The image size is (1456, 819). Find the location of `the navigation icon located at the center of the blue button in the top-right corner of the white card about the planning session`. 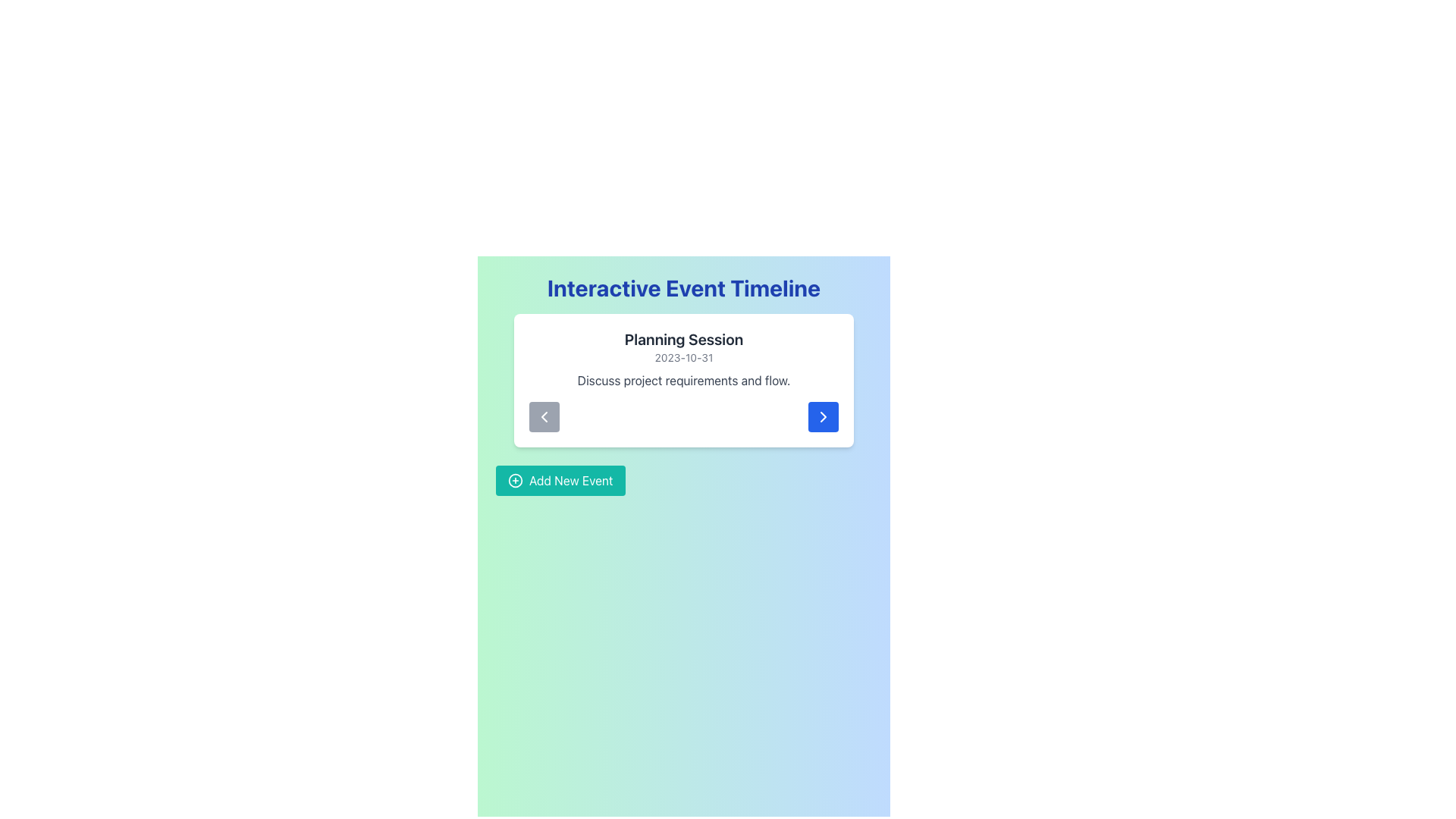

the navigation icon located at the center of the blue button in the top-right corner of the white card about the planning session is located at coordinates (822, 417).